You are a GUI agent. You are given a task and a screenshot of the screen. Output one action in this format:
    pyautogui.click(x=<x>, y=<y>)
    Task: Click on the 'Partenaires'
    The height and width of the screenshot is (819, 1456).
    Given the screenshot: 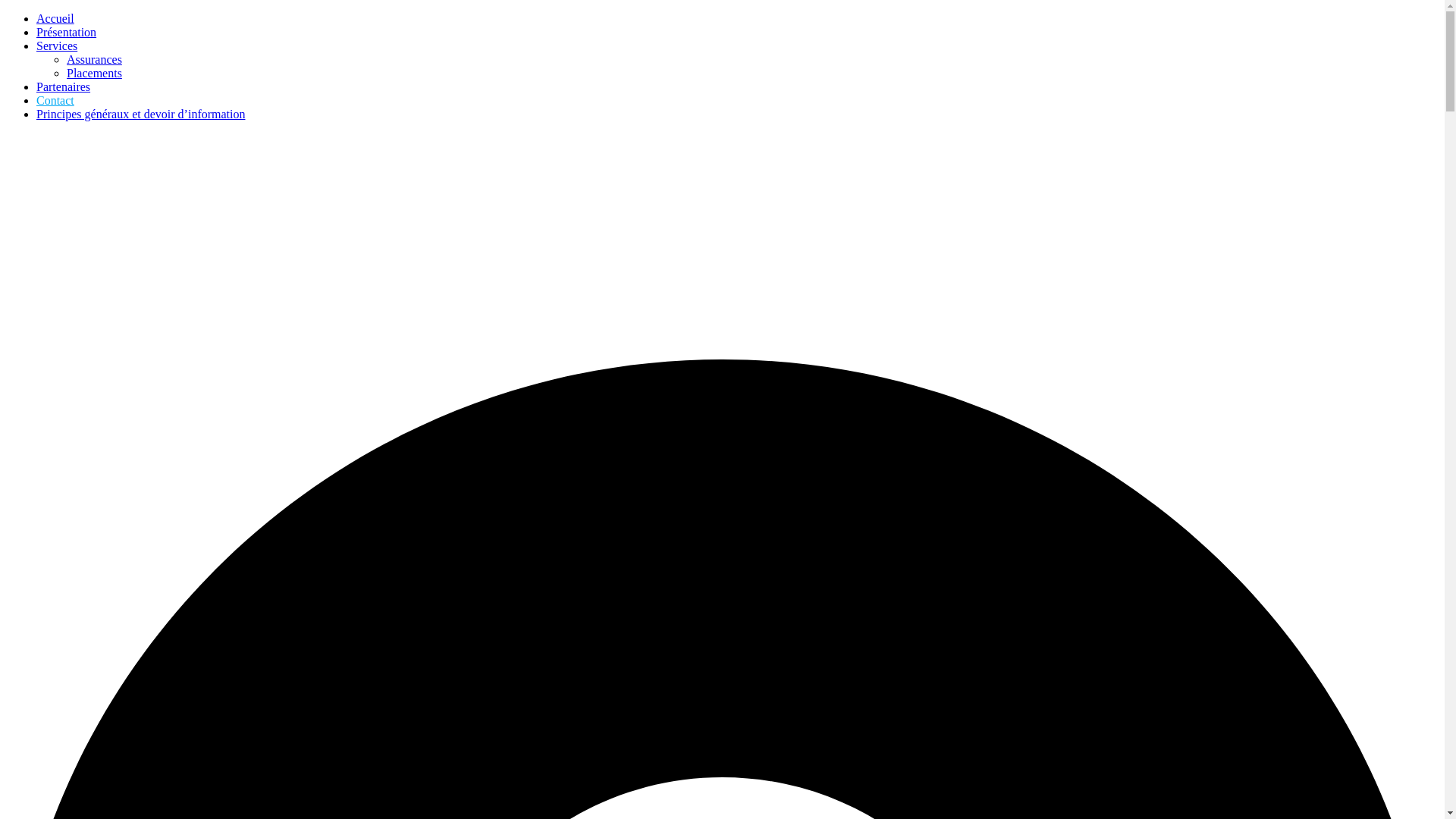 What is the action you would take?
    pyautogui.click(x=36, y=86)
    